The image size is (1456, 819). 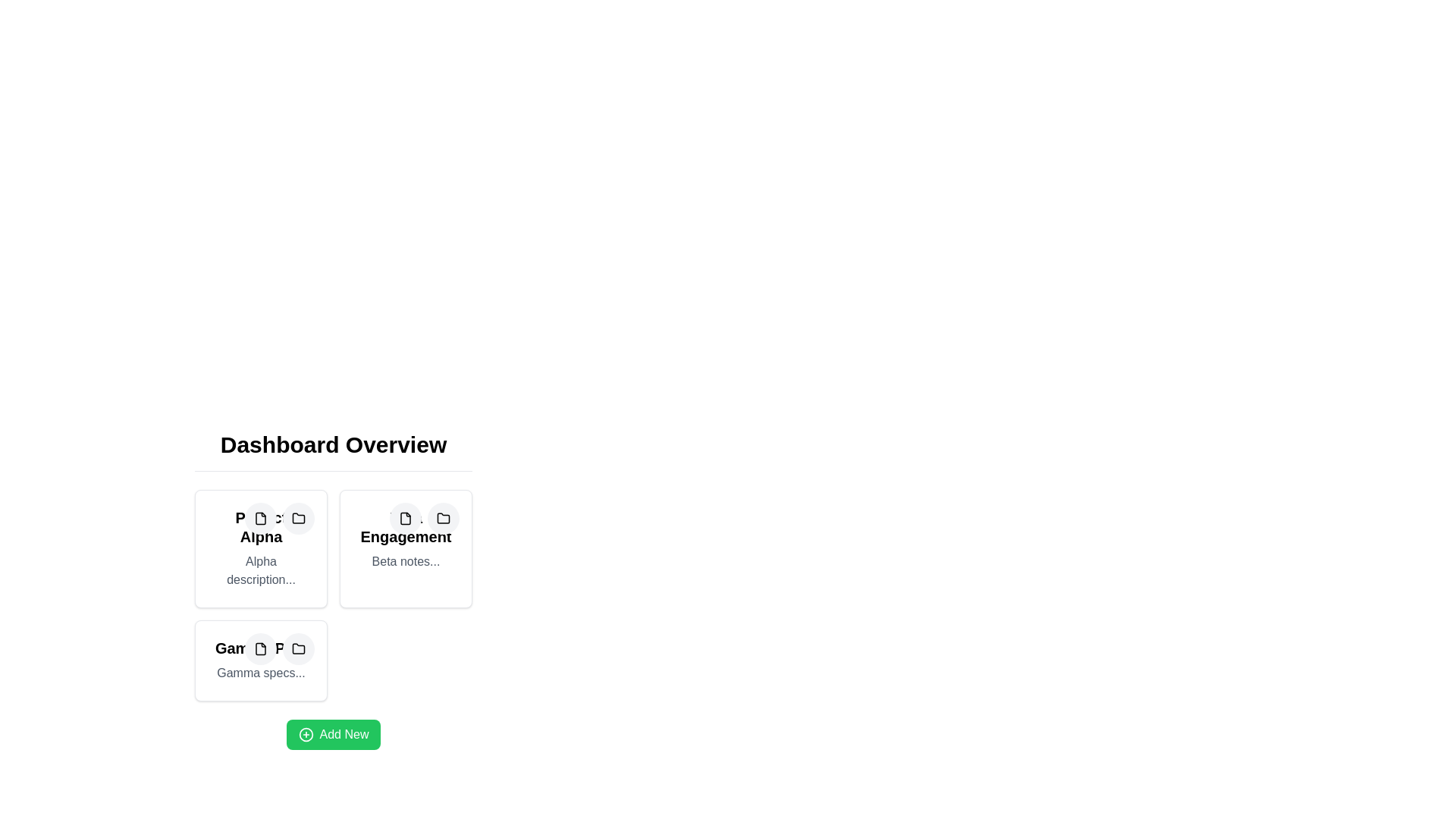 What do you see at coordinates (261, 648) in the screenshot?
I see `the circular button with a light gray background and a document icon located in the top-right corner of the lower-left card in the grid` at bounding box center [261, 648].